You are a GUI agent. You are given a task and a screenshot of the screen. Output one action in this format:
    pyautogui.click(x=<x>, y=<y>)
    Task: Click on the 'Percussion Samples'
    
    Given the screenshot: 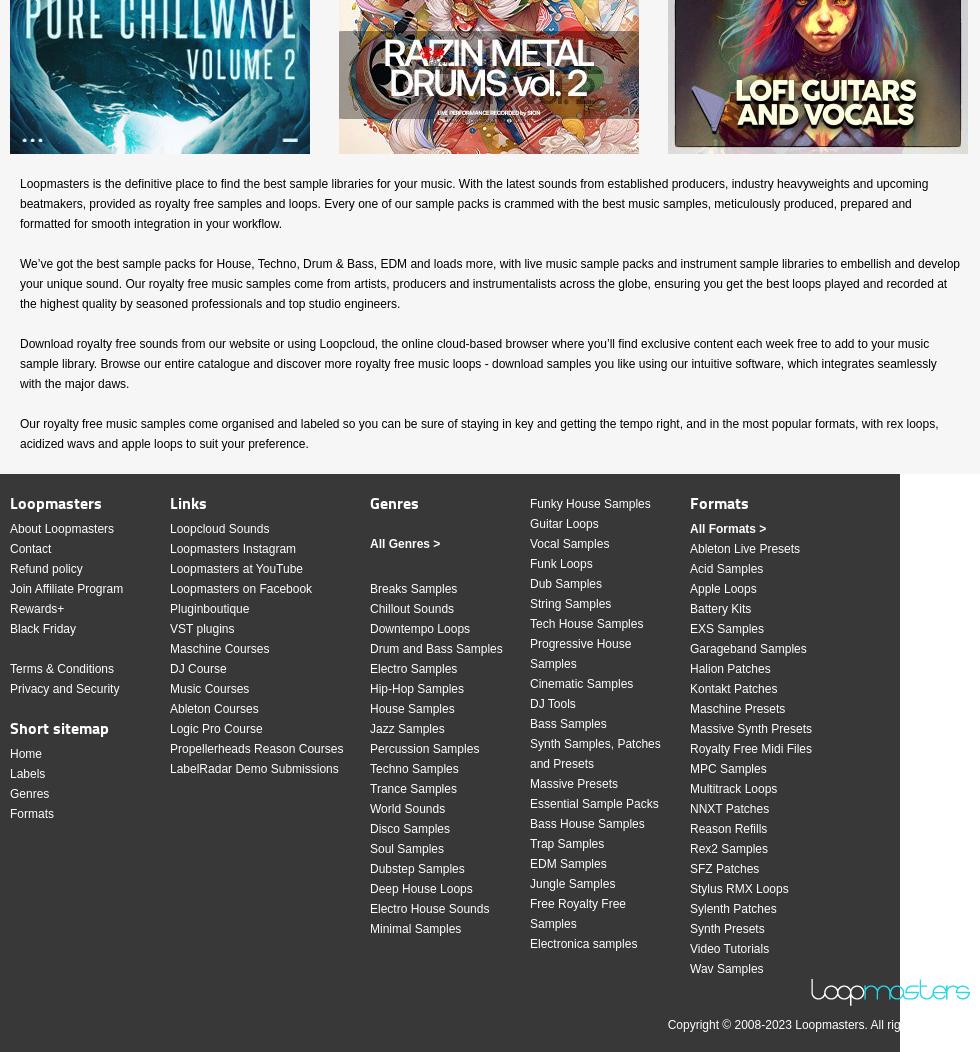 What is the action you would take?
    pyautogui.click(x=370, y=748)
    